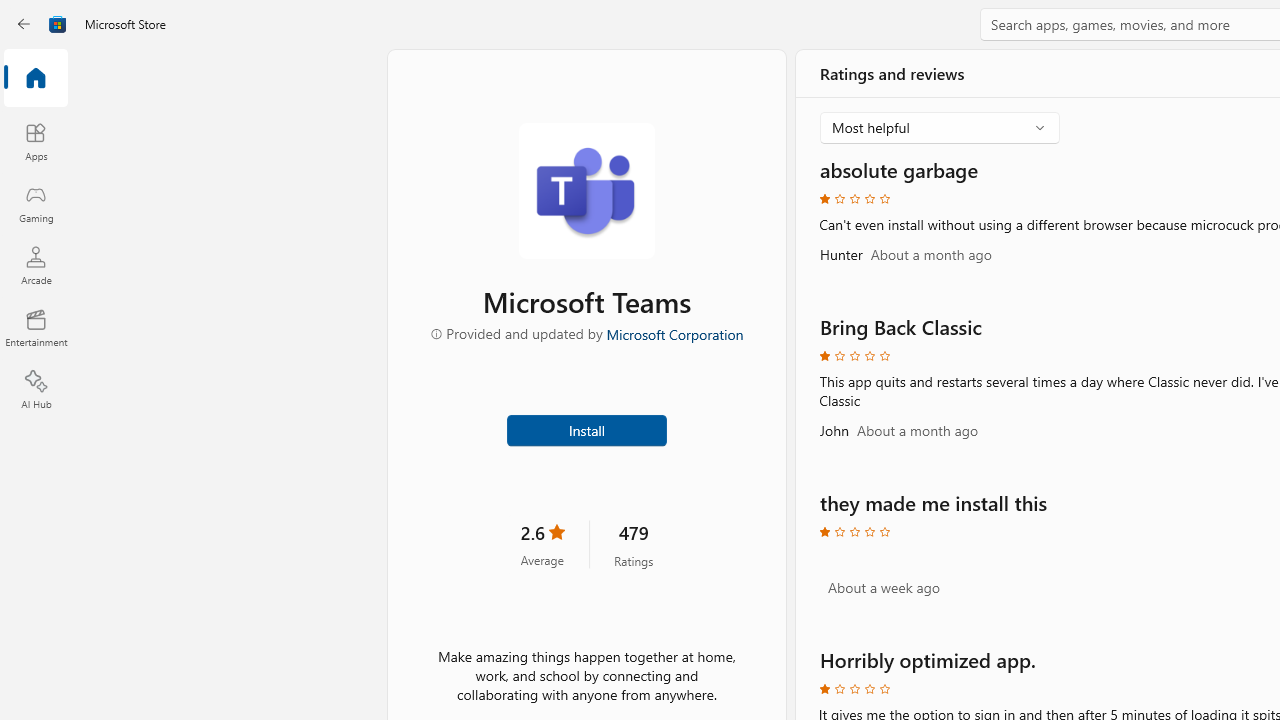 This screenshot has height=720, width=1280. I want to click on 'Home', so click(35, 78).